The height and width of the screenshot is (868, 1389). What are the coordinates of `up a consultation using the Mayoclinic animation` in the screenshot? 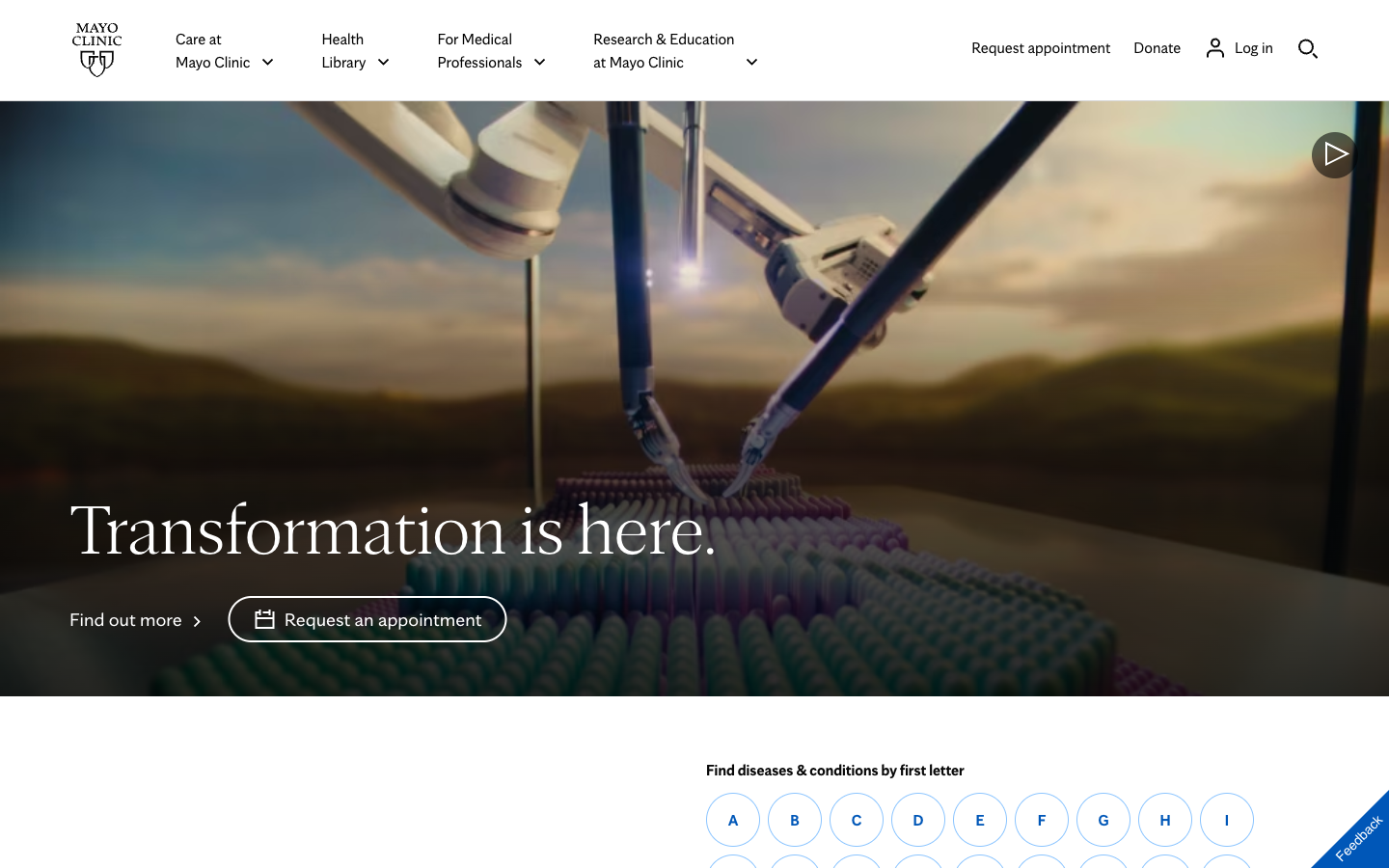 It's located at (367, 618).